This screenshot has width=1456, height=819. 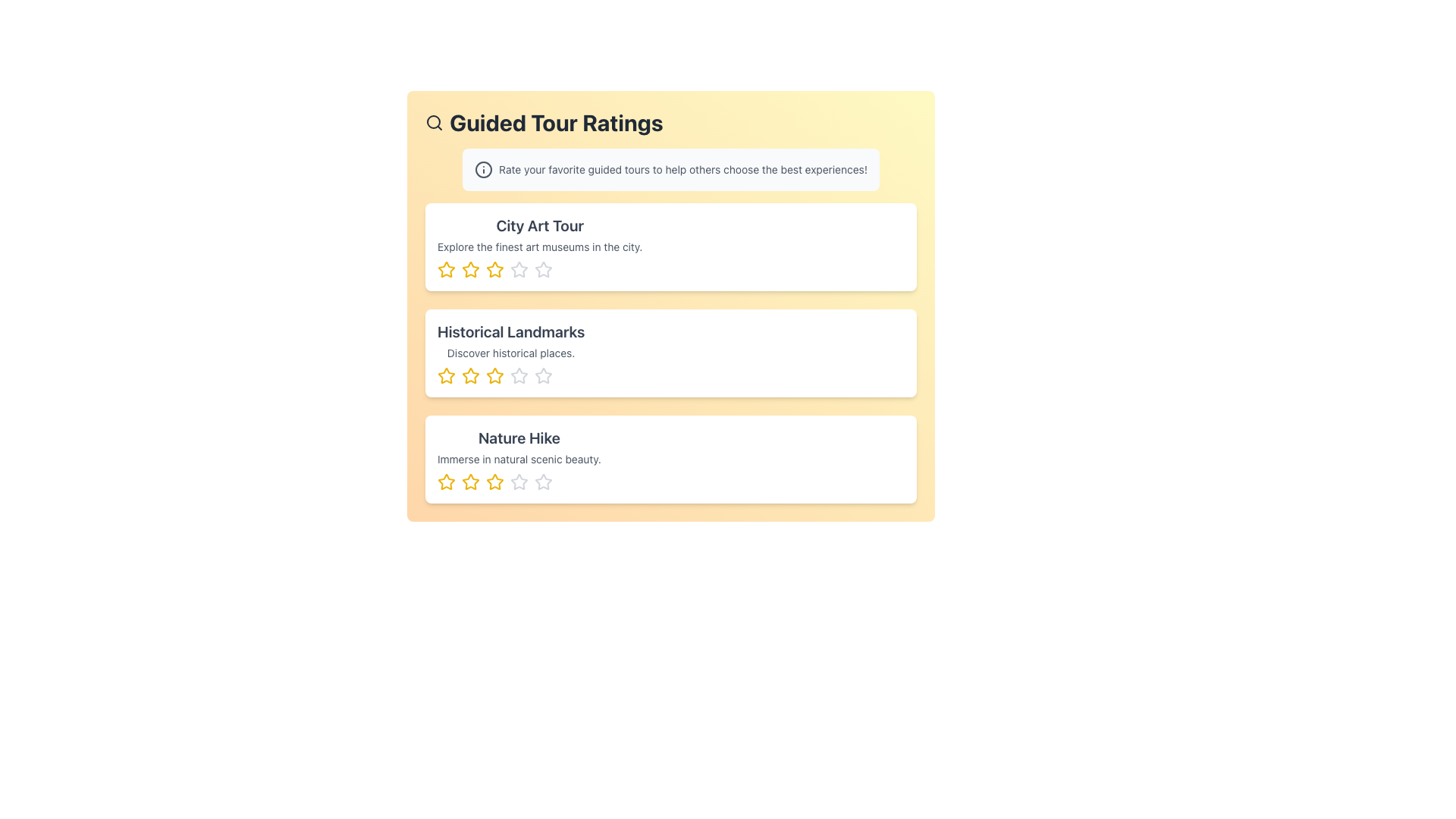 What do you see at coordinates (540, 268) in the screenshot?
I see `the fourth star in the star rating component under the 'City Art Tour' section` at bounding box center [540, 268].